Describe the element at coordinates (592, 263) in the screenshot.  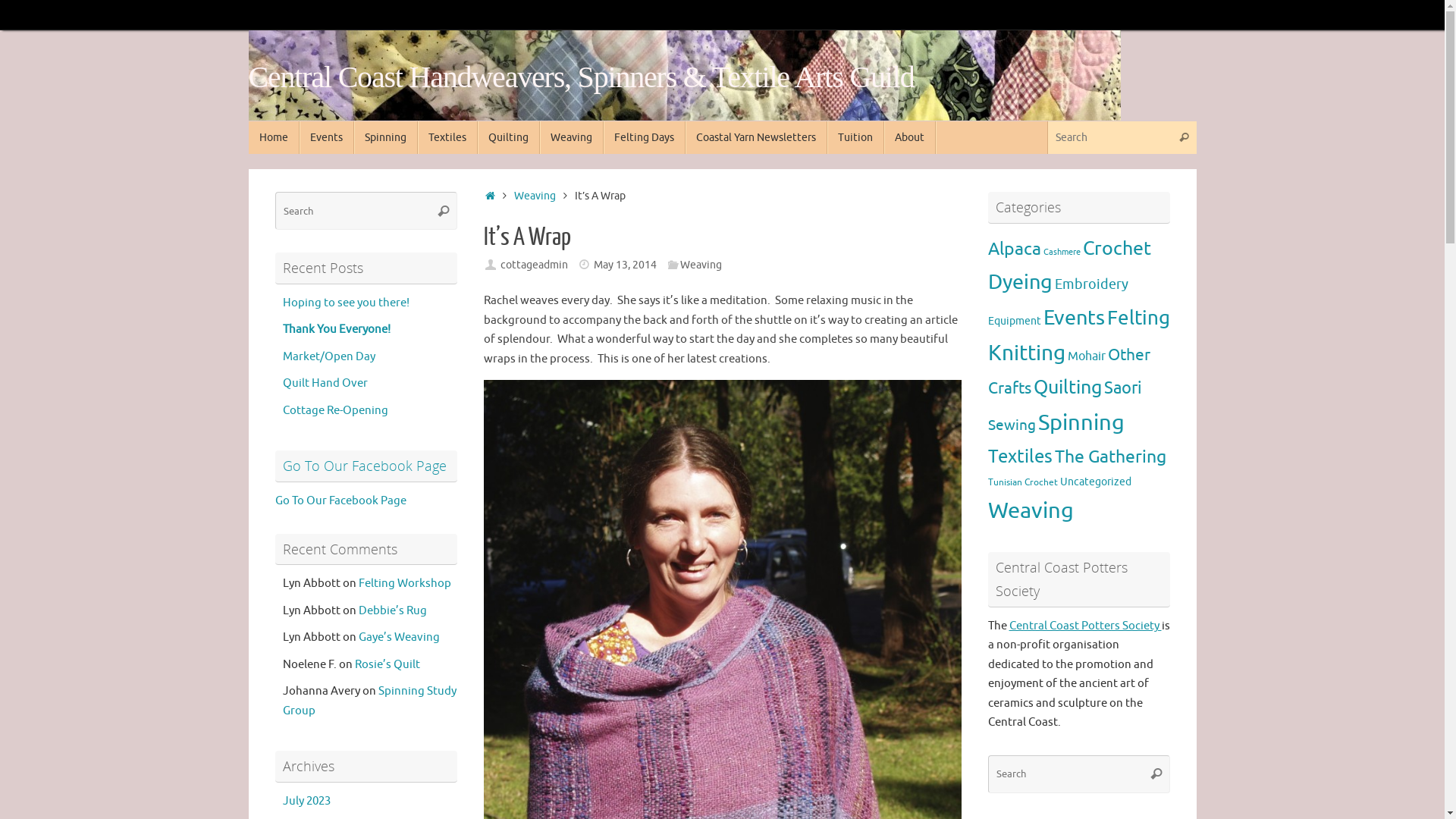
I see `'May 13, 2014'` at that location.